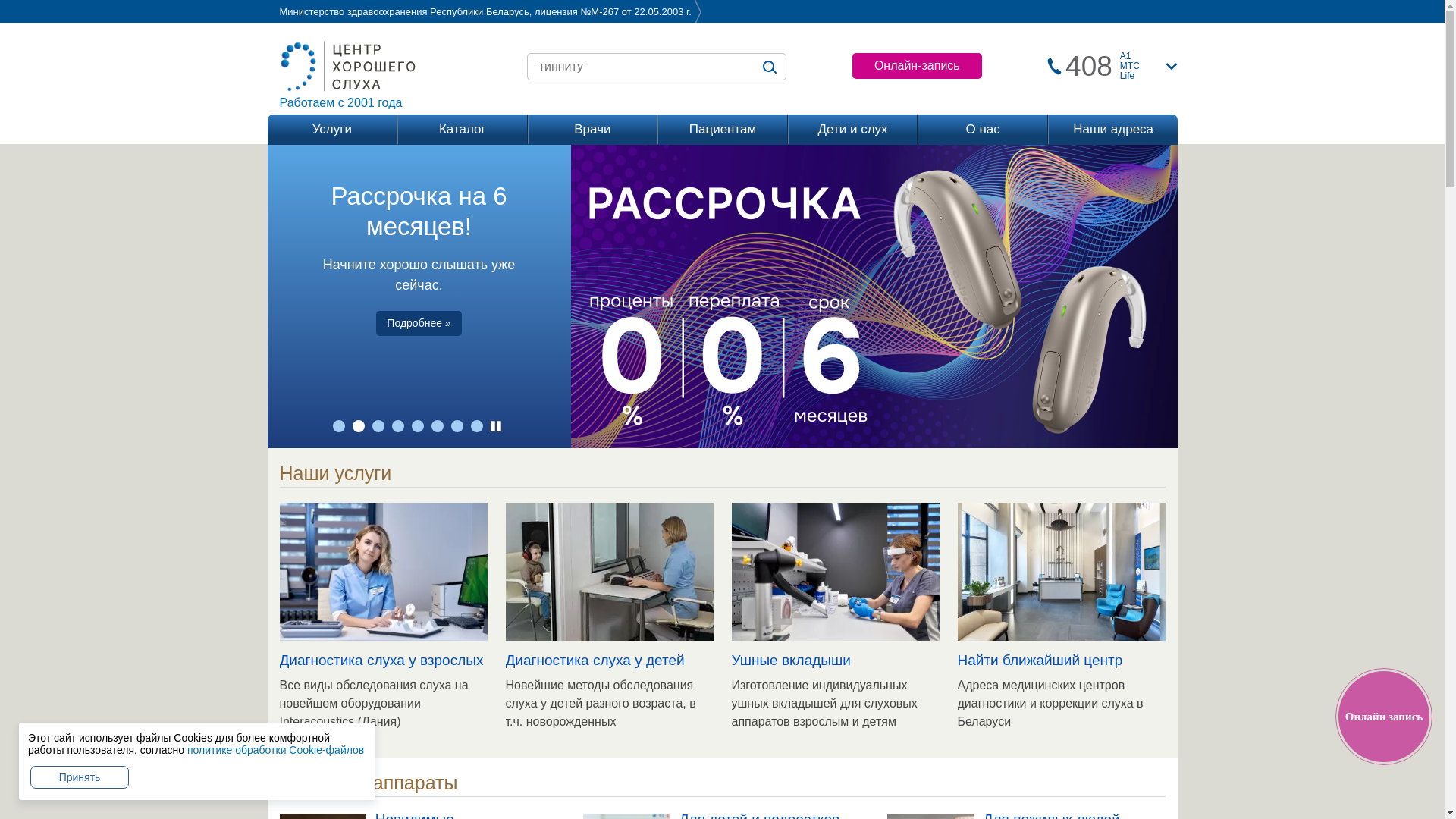  I want to click on '408', so click(1087, 65).